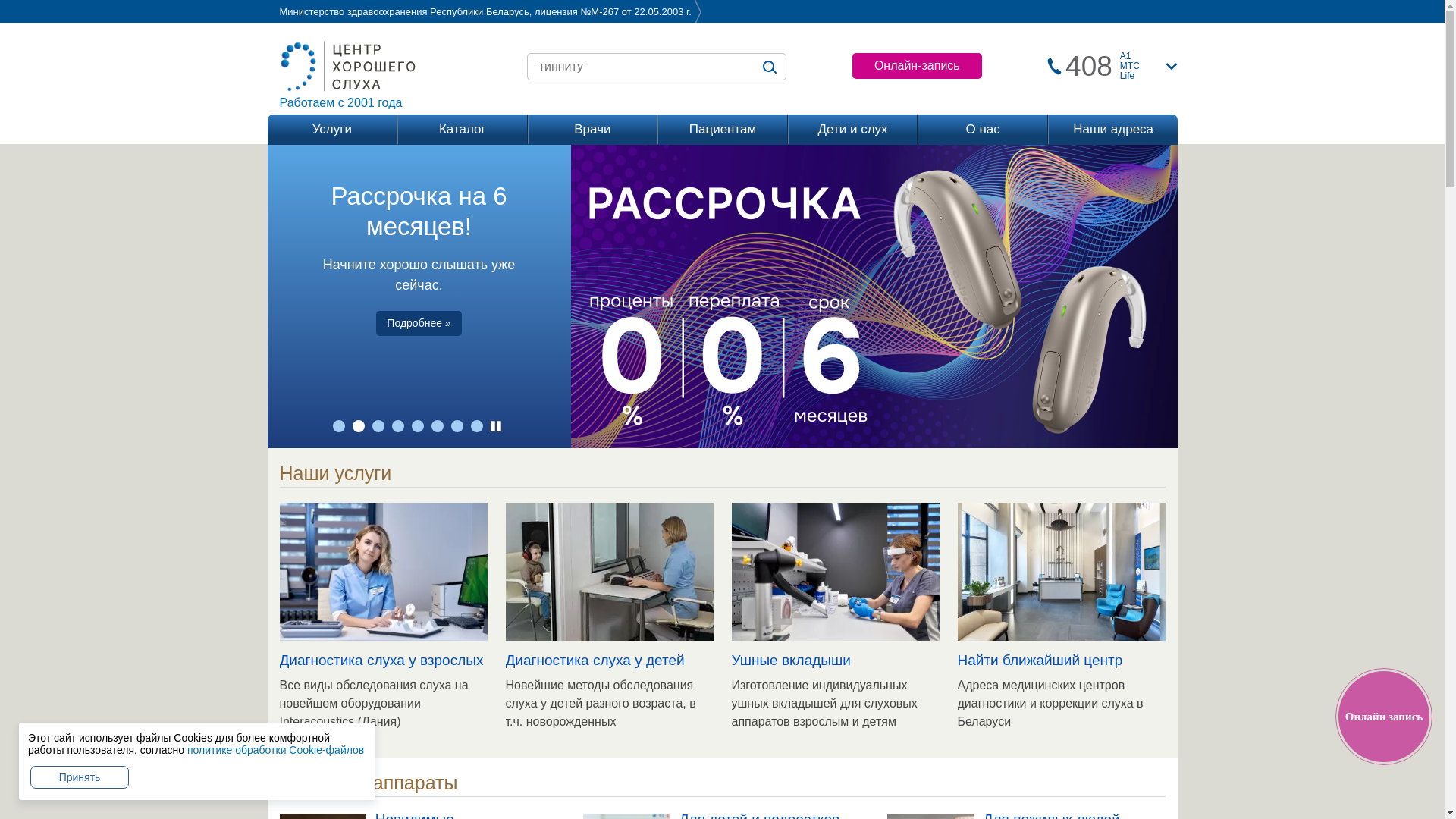  I want to click on '408', so click(1087, 65).